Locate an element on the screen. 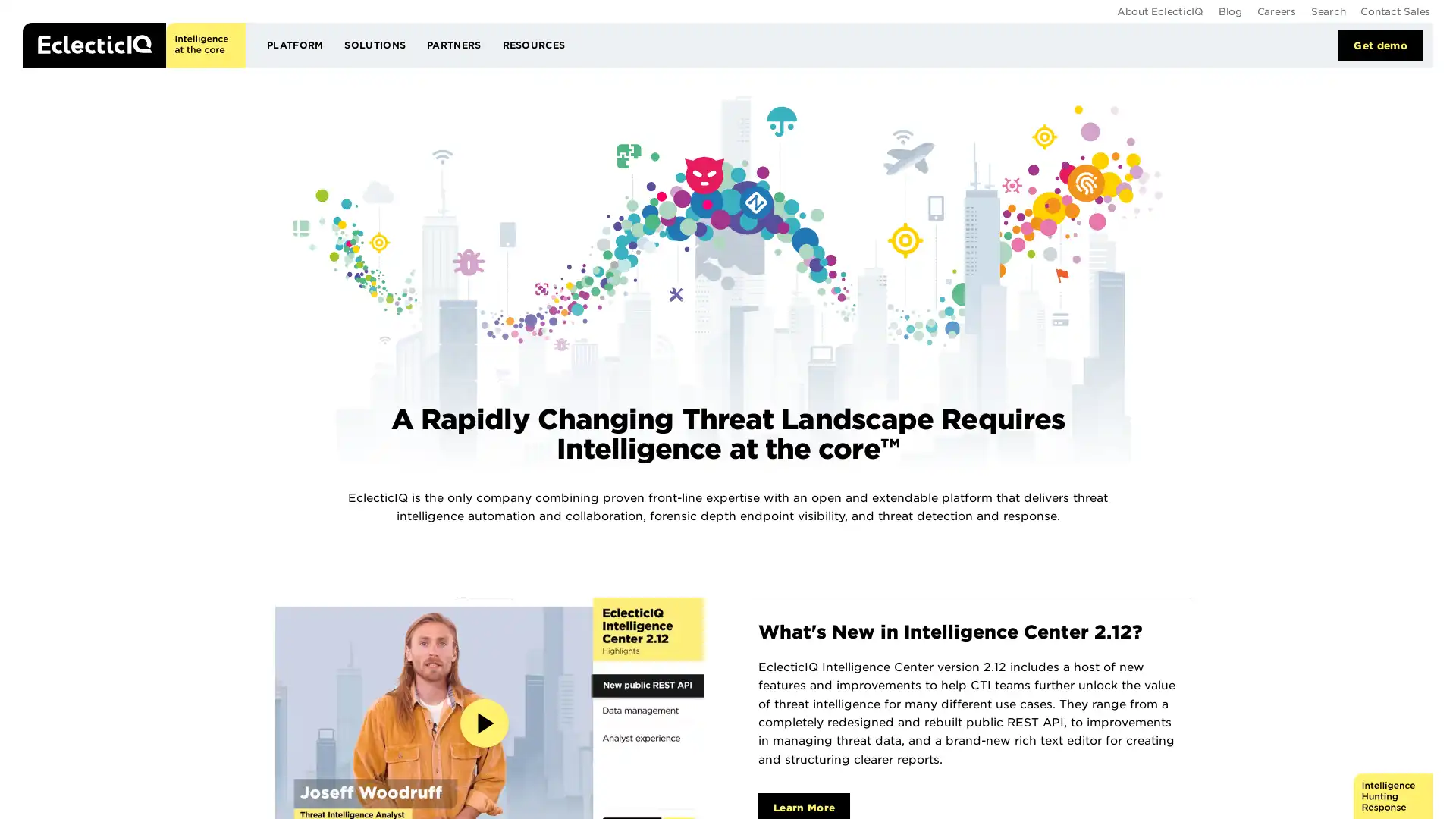 Image resolution: width=1456 pixels, height=819 pixels. Continue is located at coordinates (957, 102).